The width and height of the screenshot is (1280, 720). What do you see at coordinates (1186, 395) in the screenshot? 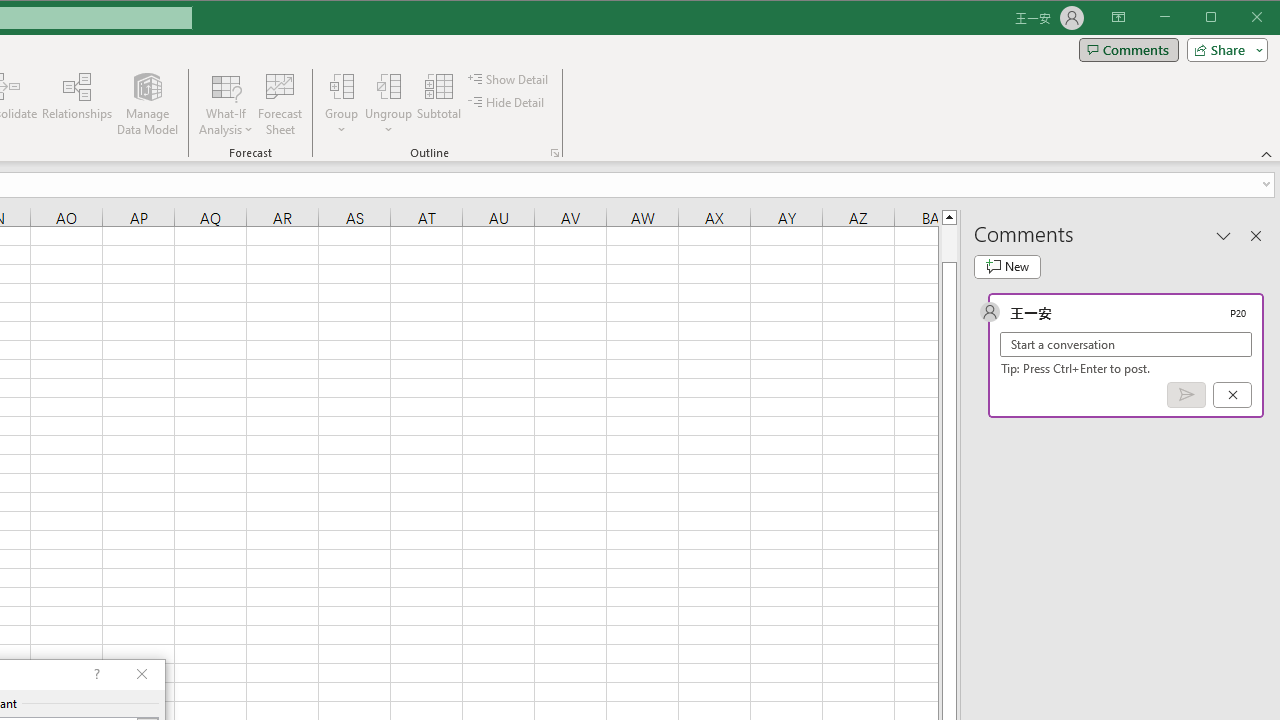
I see `'Post comment (Ctrl + Enter)'` at bounding box center [1186, 395].